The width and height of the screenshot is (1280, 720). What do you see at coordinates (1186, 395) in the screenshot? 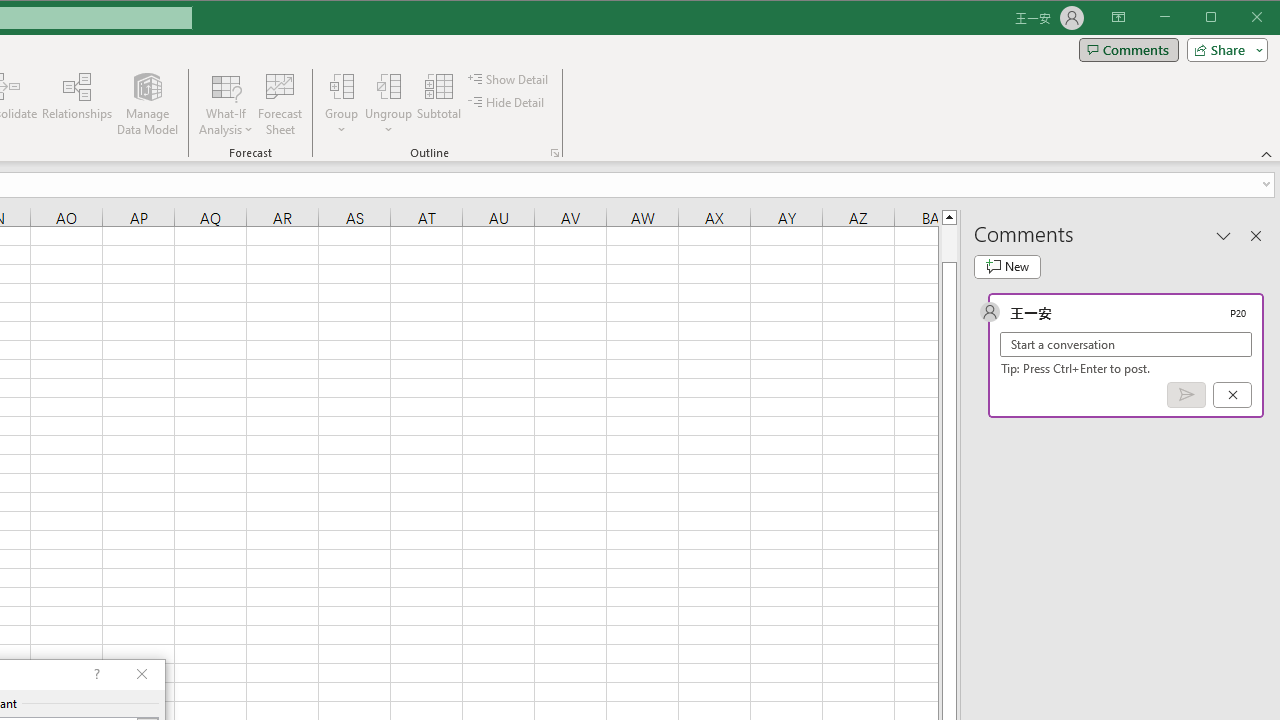
I see `'Post comment (Ctrl + Enter)'` at bounding box center [1186, 395].